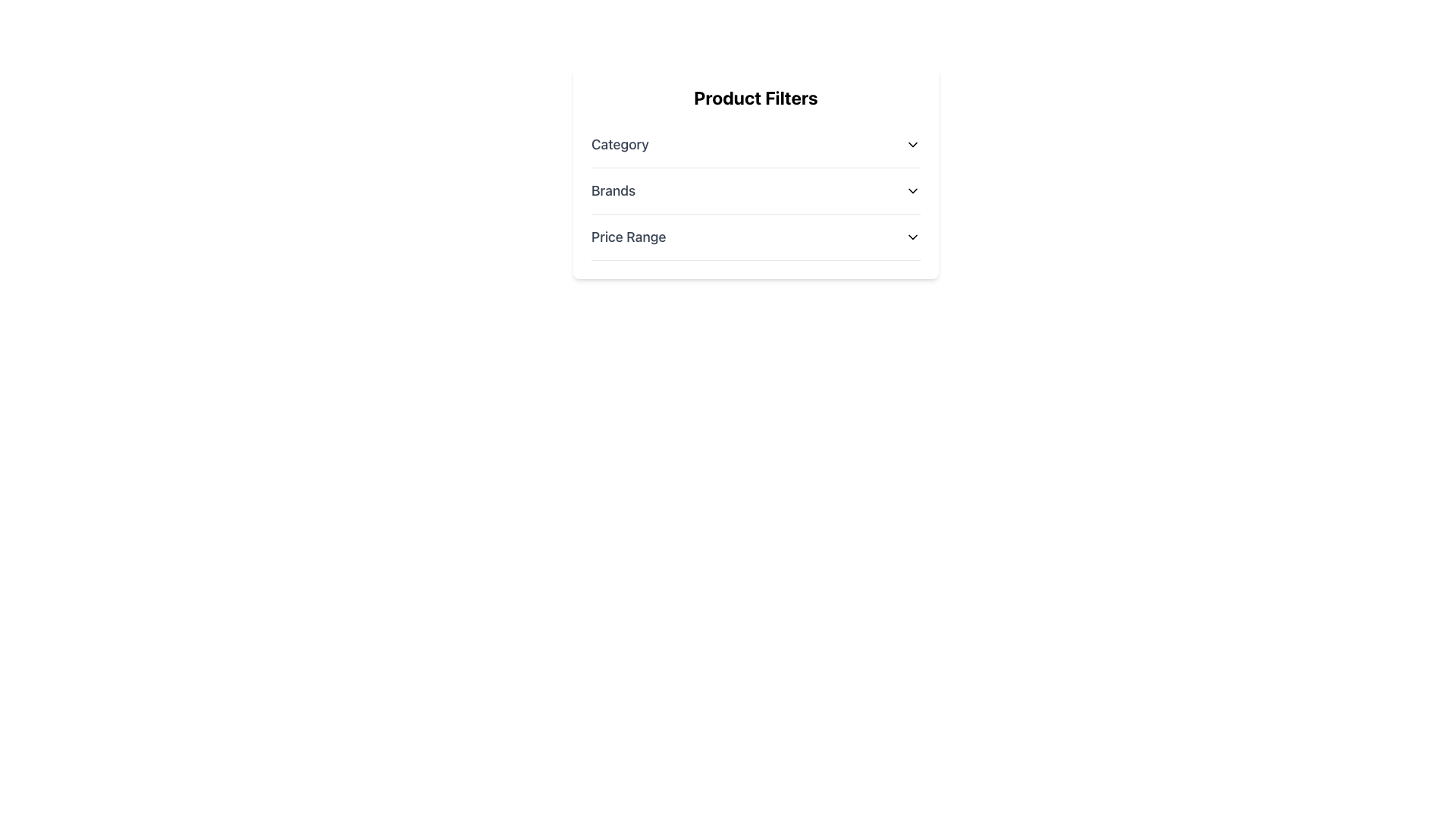  Describe the element at coordinates (756, 190) in the screenshot. I see `the 'Brands' dropdown menu` at that location.